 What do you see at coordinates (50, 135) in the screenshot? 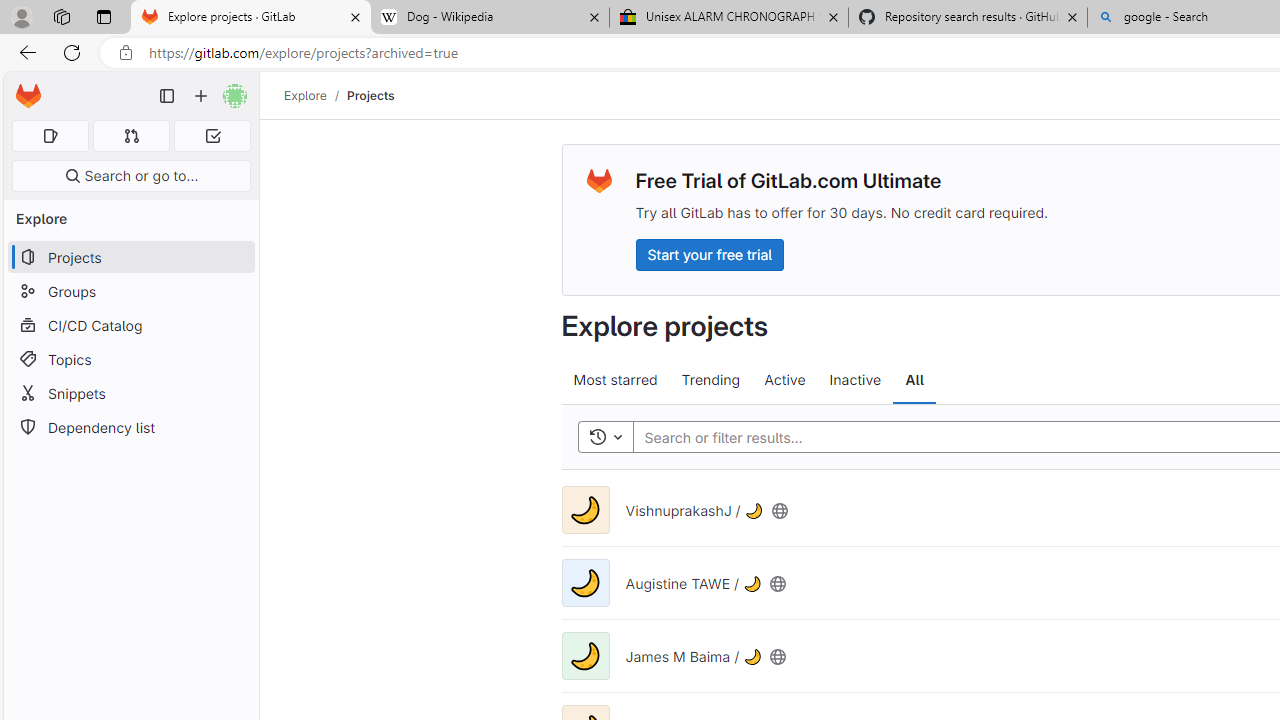
I see `'Assigned issues 0'` at bounding box center [50, 135].